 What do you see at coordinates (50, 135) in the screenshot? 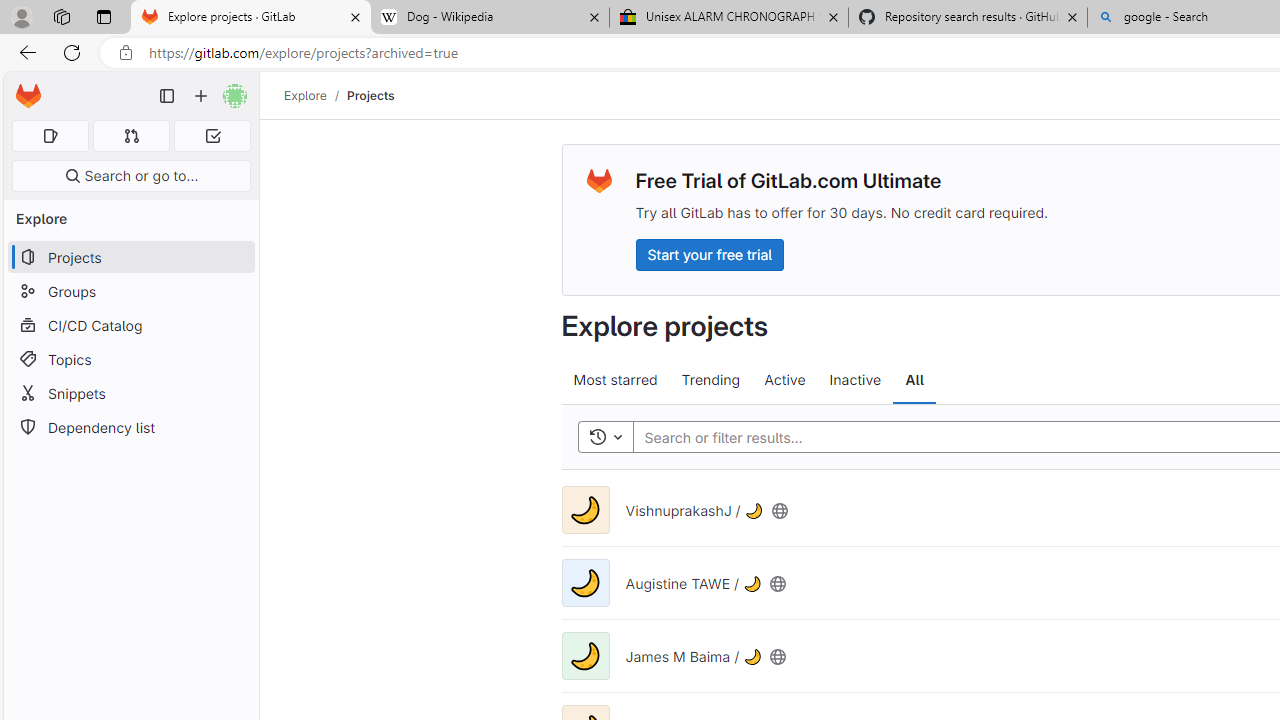
I see `'Assigned issues 0'` at bounding box center [50, 135].